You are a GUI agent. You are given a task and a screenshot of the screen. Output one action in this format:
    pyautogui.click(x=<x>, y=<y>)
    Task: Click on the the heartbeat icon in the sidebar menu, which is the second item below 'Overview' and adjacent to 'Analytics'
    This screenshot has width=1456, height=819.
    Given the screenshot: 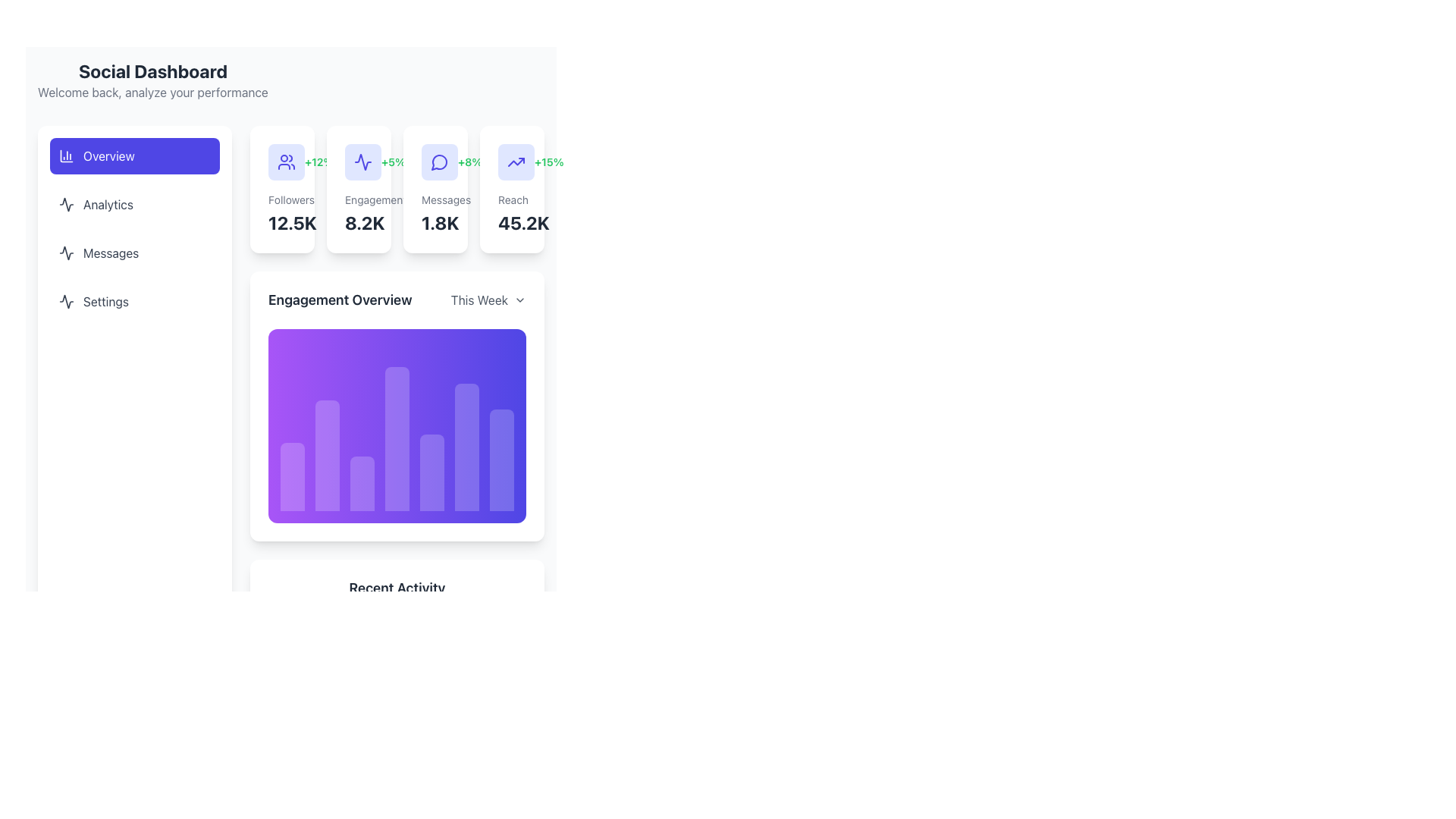 What is the action you would take?
    pyautogui.click(x=65, y=205)
    